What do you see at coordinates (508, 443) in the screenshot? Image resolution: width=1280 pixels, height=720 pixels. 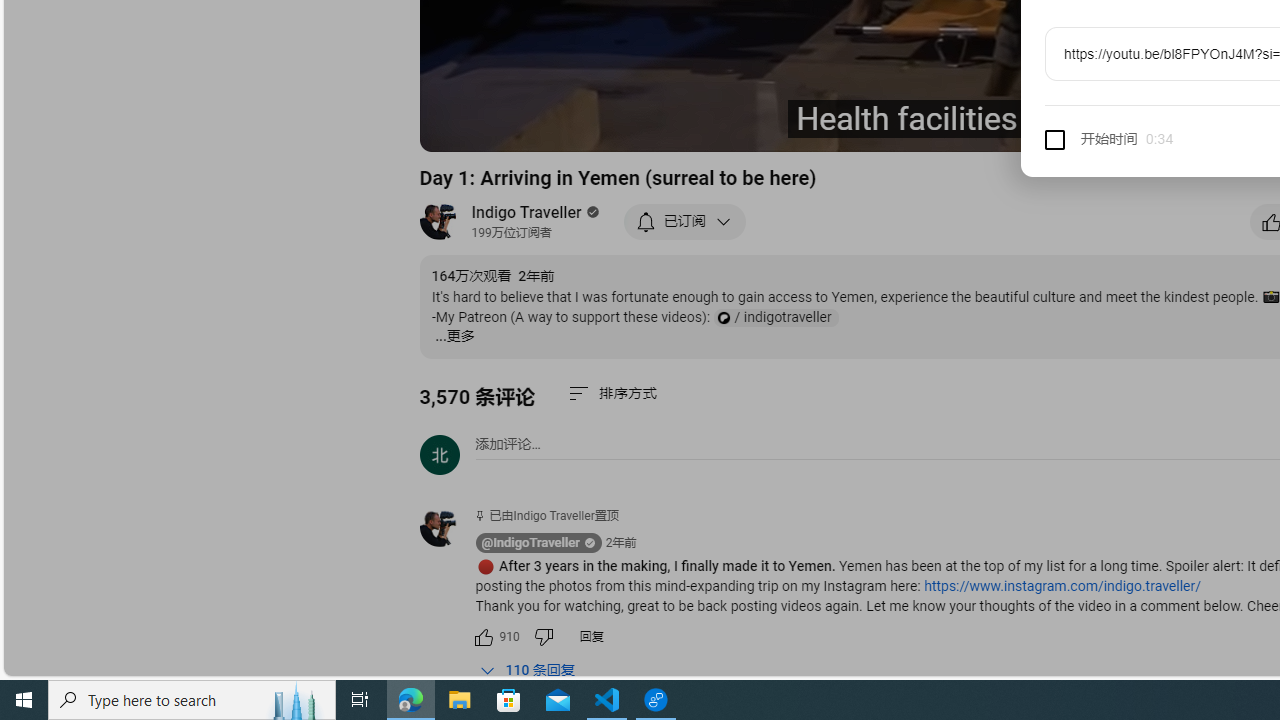 I see `'AutomationID: simplebox-placeholder'` at bounding box center [508, 443].